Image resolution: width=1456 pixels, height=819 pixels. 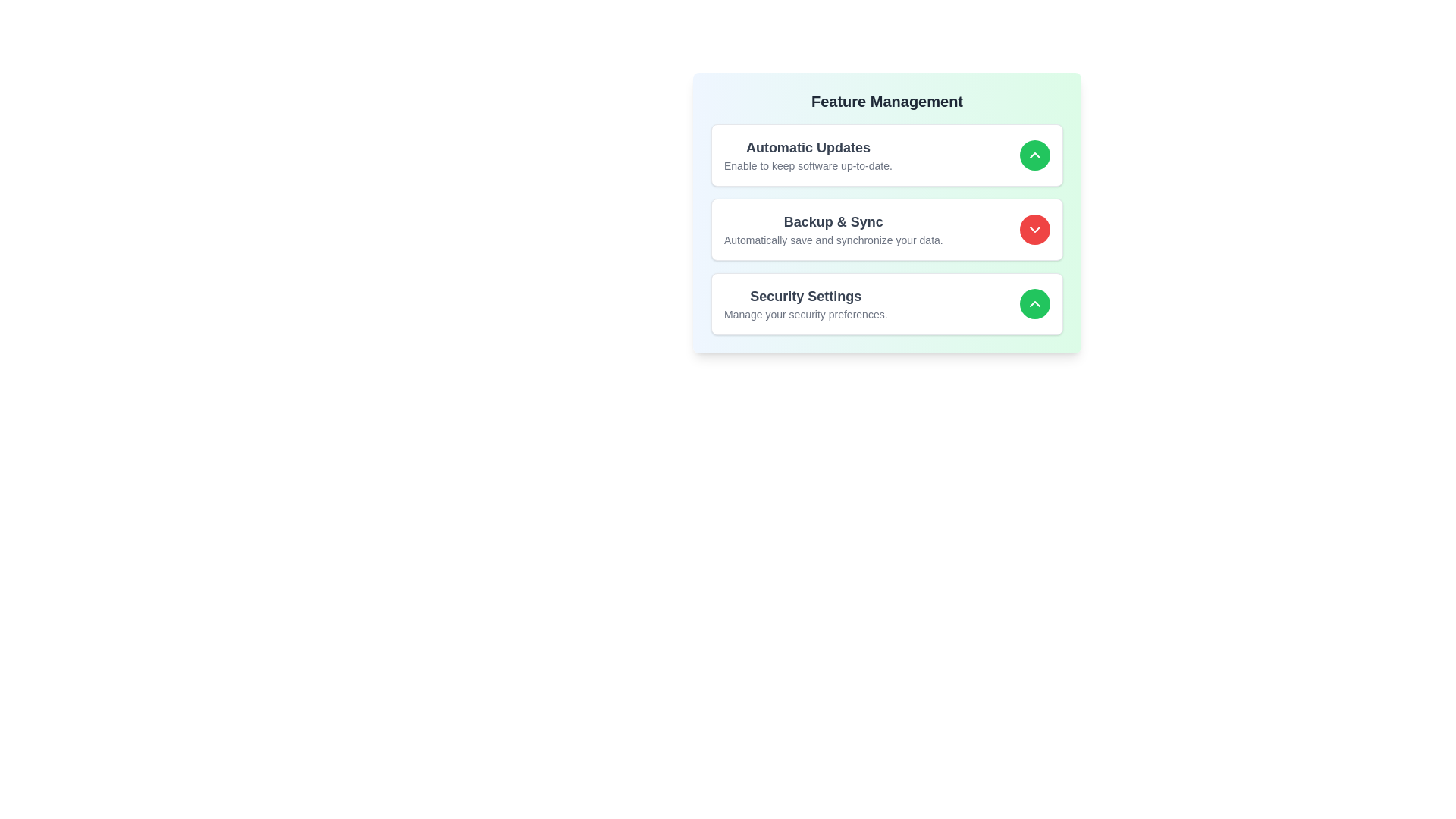 I want to click on the description of the feature Security Settings, so click(x=805, y=304).